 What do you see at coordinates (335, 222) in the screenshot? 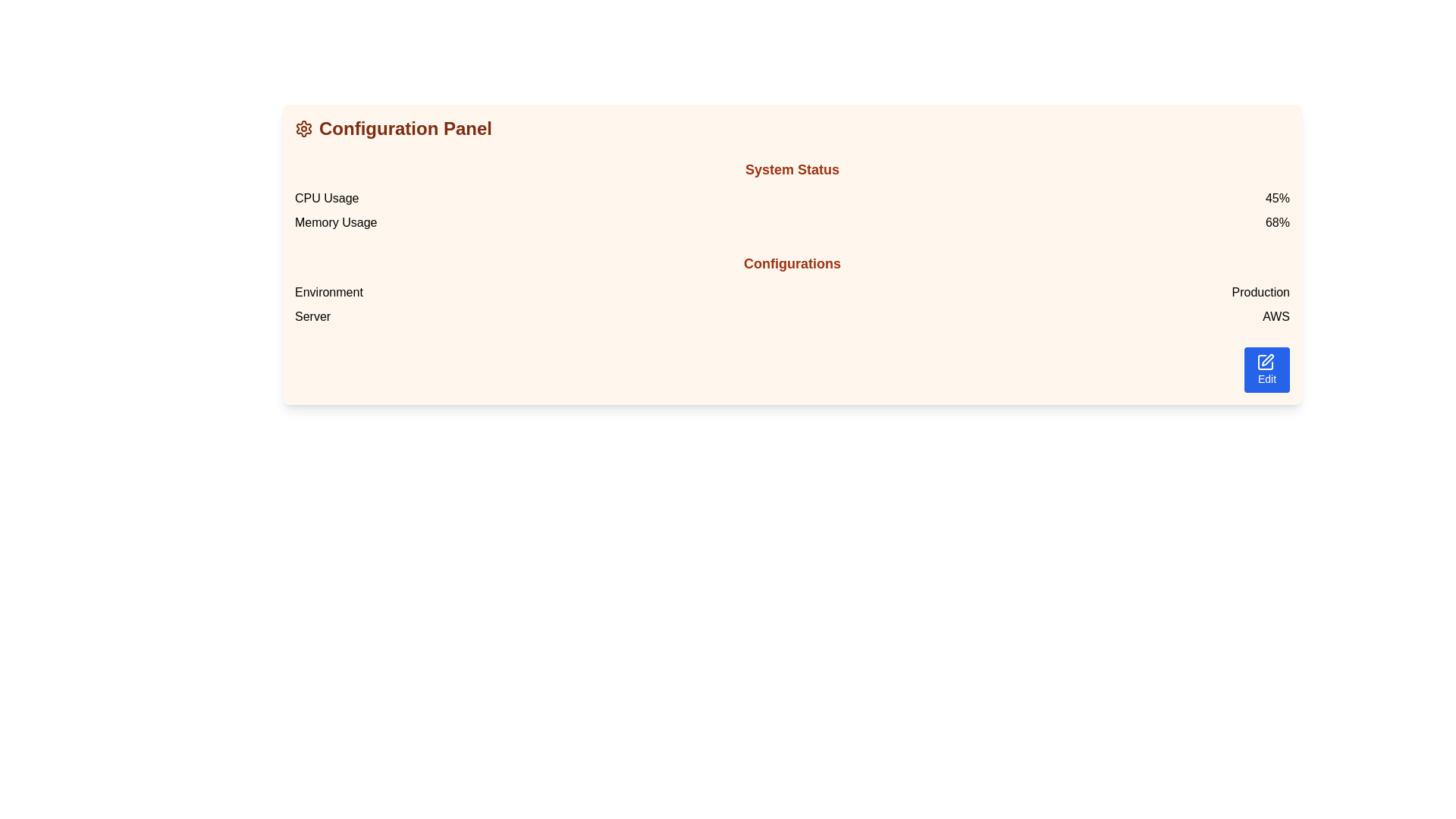
I see `the static text label displaying 'Memory Usage' in bold black font, located in the configuration panel, below 'CPU Usage'` at bounding box center [335, 222].